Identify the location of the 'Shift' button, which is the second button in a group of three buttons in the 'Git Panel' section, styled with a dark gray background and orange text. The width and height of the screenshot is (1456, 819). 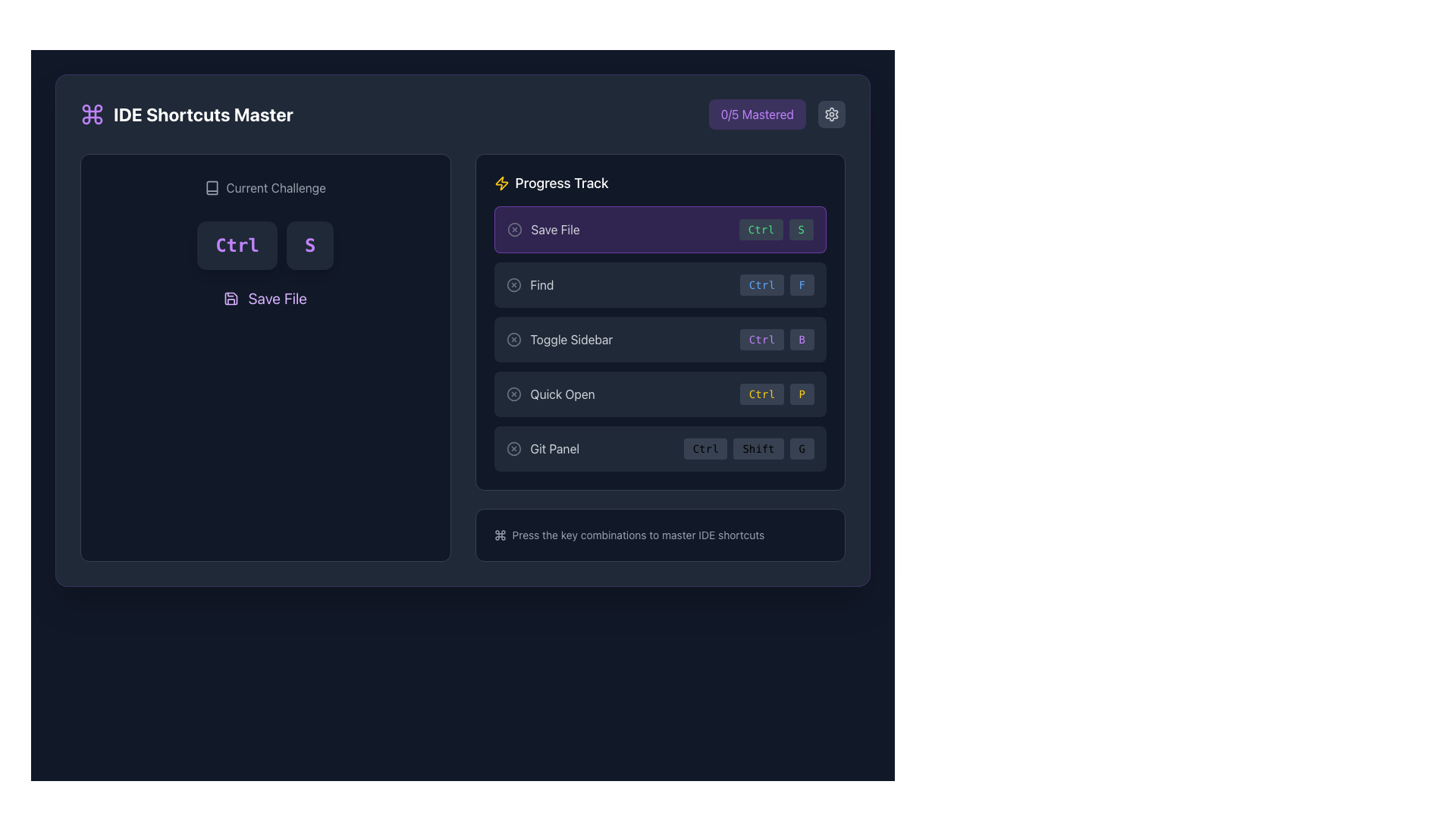
(758, 447).